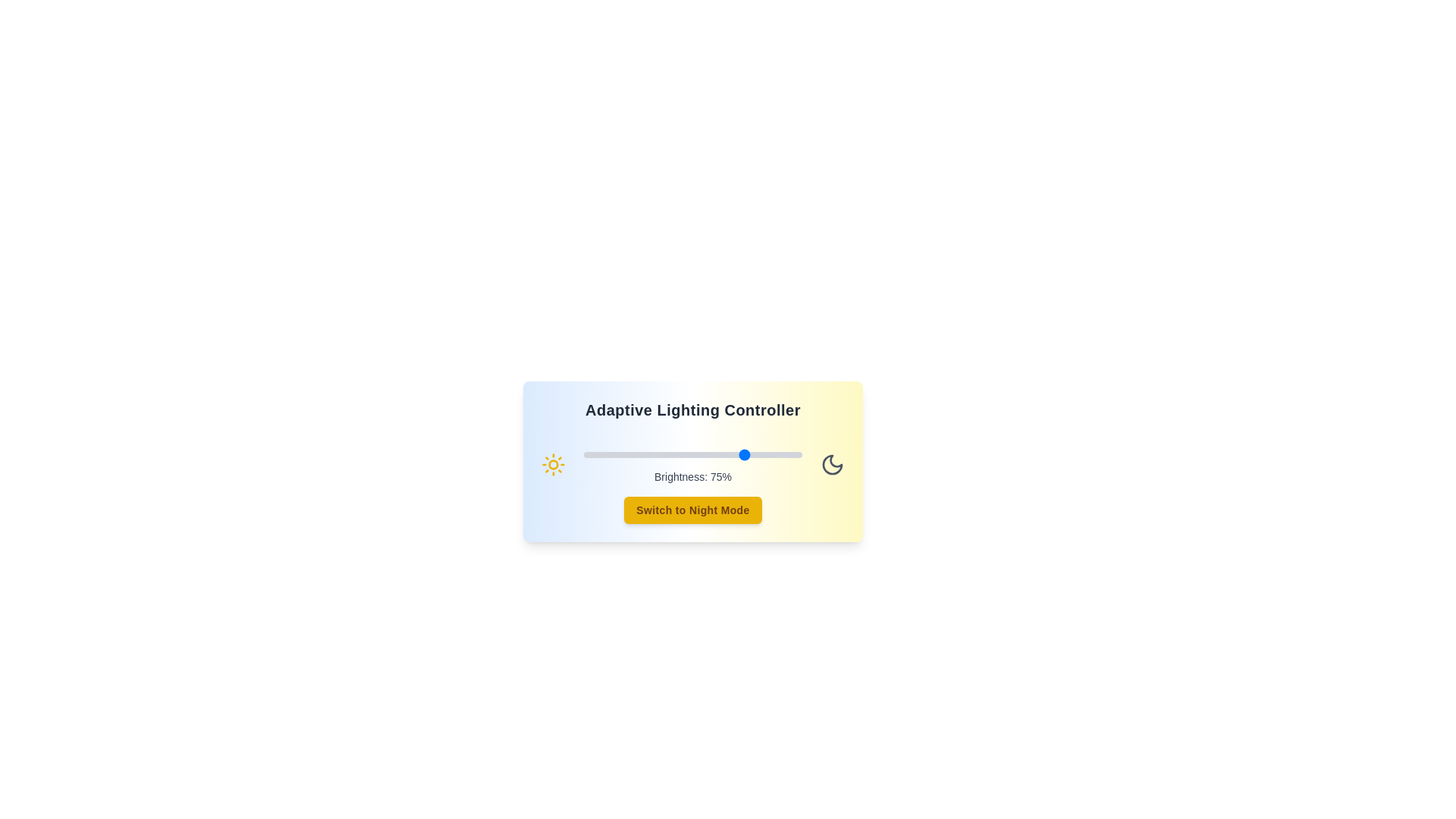  Describe the element at coordinates (790, 454) in the screenshot. I see `the brightness level` at that location.